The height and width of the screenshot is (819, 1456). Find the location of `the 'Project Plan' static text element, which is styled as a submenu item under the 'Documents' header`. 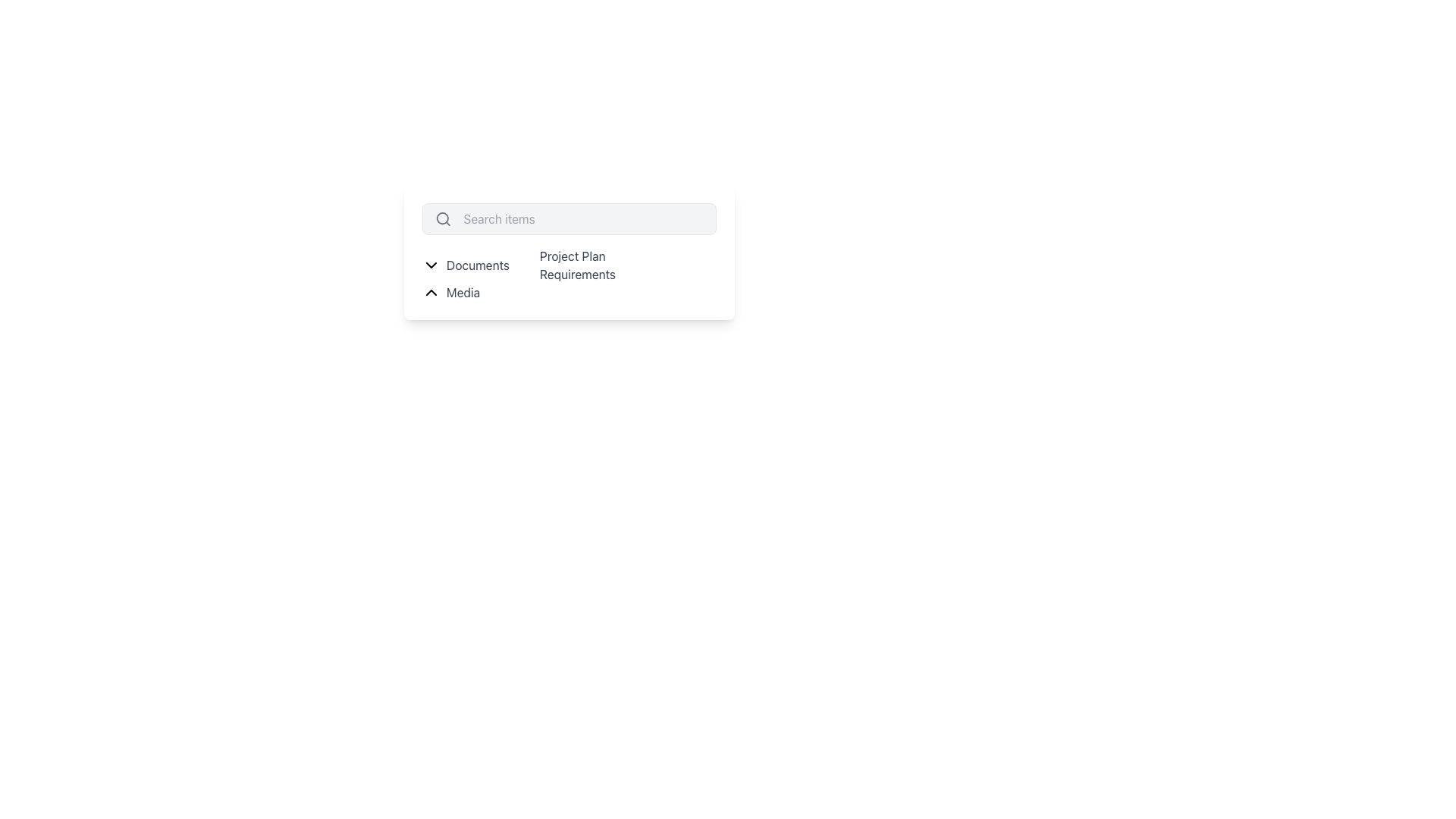

the 'Project Plan' static text element, which is styled as a submenu item under the 'Documents' header is located at coordinates (570, 256).